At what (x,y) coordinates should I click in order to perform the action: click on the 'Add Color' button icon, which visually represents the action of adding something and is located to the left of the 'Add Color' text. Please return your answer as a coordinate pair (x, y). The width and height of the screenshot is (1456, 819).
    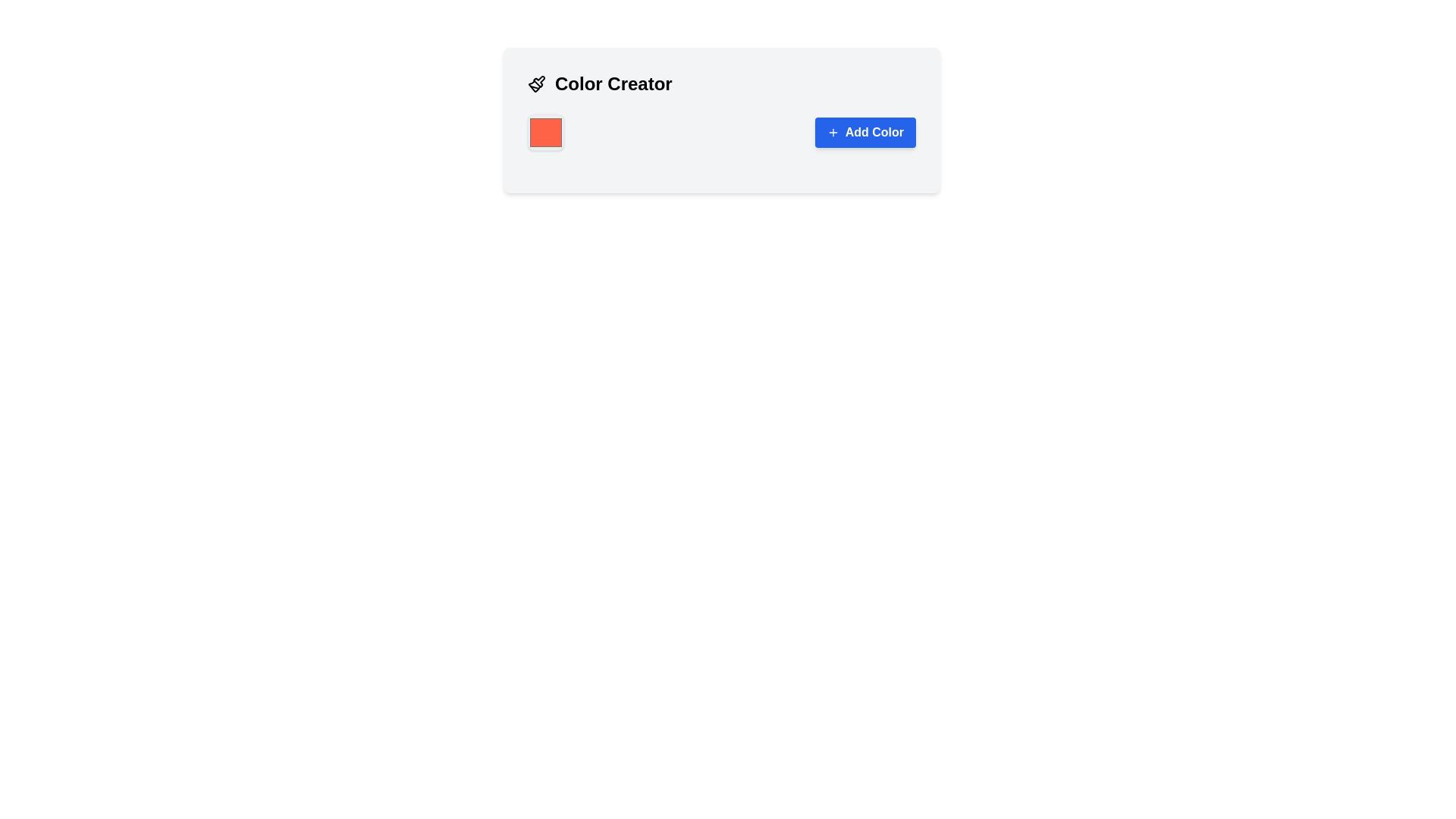
    Looking at the image, I should click on (832, 131).